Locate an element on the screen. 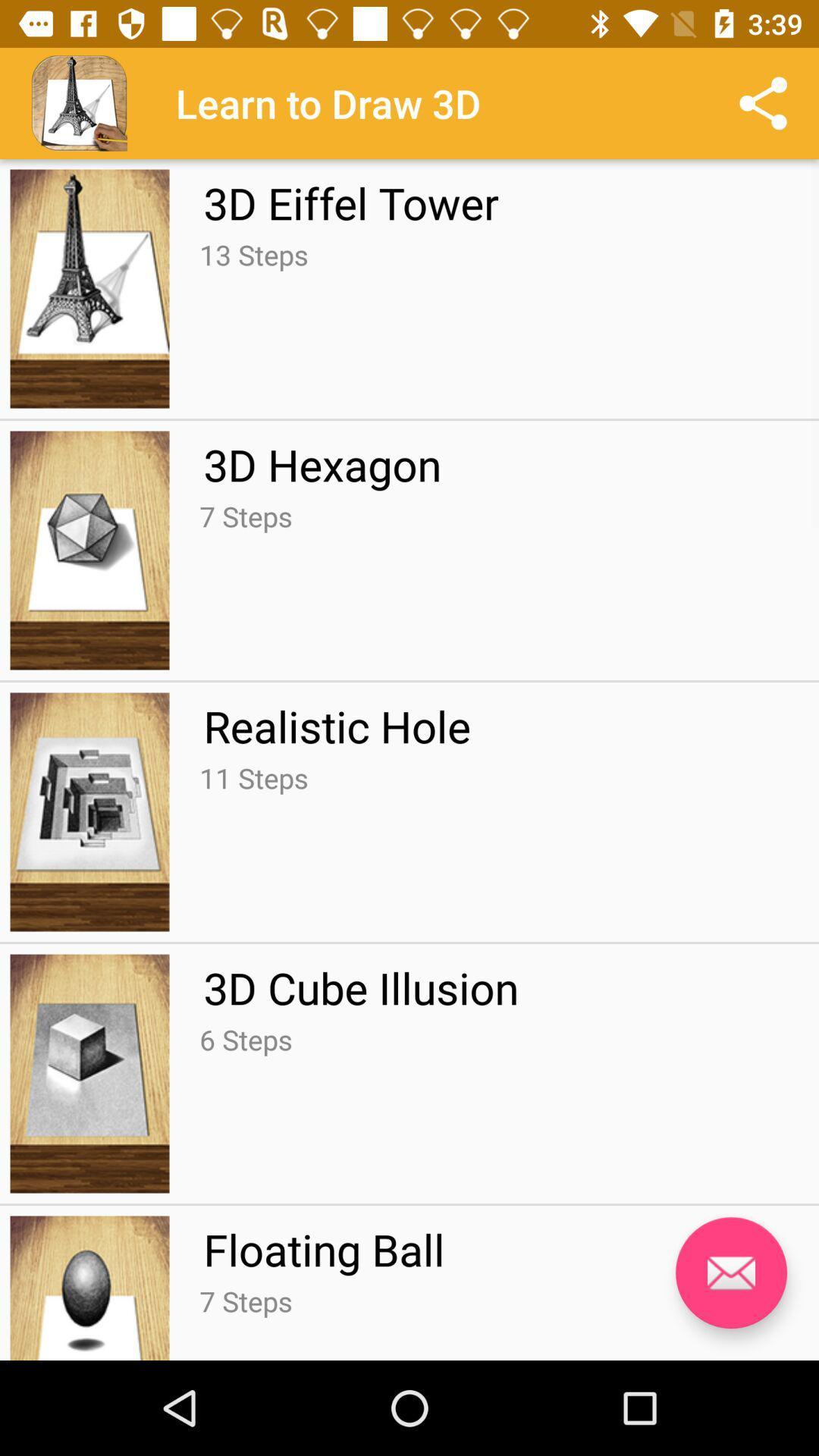 The height and width of the screenshot is (1456, 819). item below 6 steps item is located at coordinates (323, 1249).